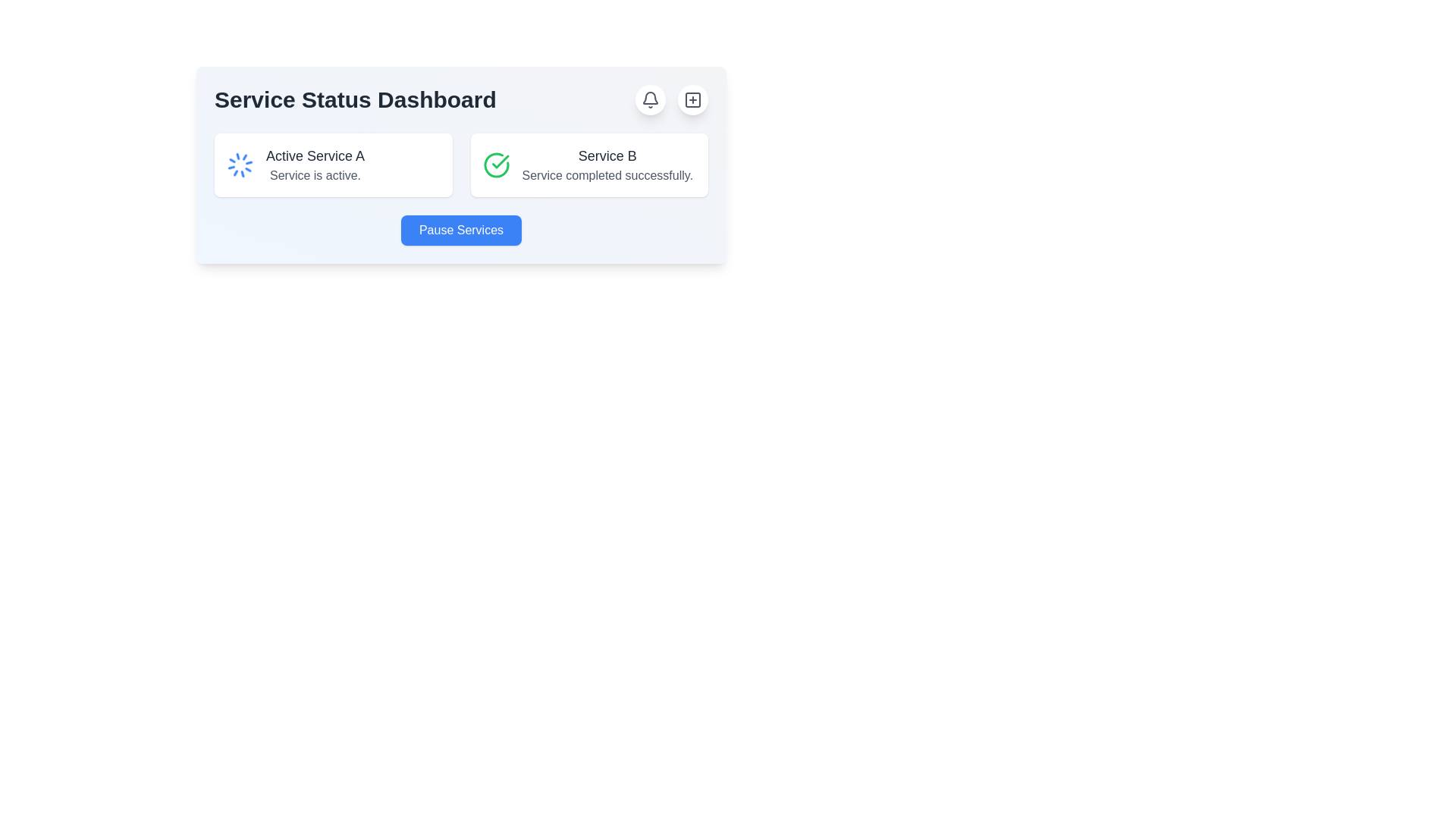  What do you see at coordinates (651, 99) in the screenshot?
I see `the notification button located on the top-right corner of the main dashboard banner` at bounding box center [651, 99].